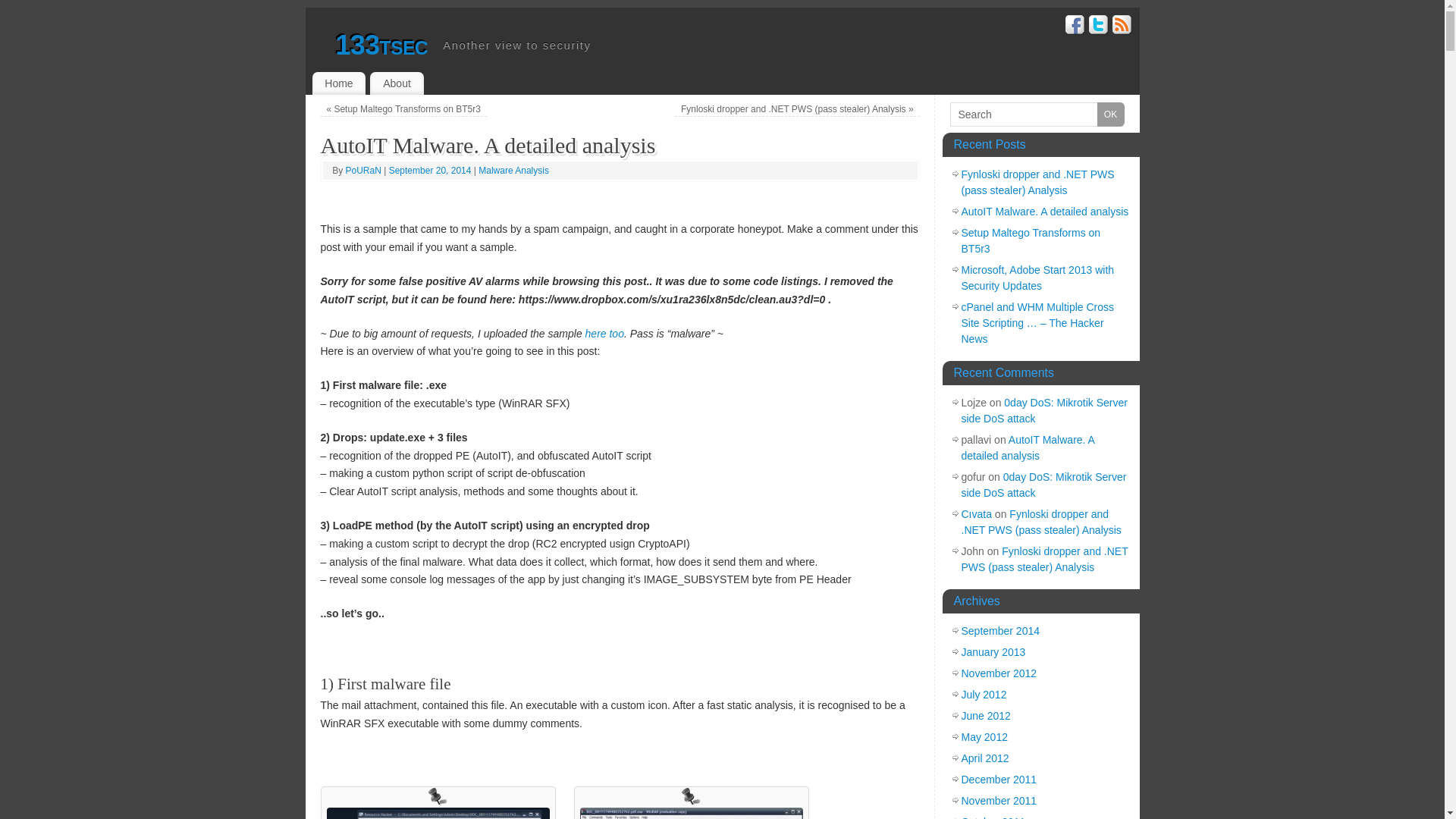 The height and width of the screenshot is (819, 1456). I want to click on '133tsec', so click(381, 45).